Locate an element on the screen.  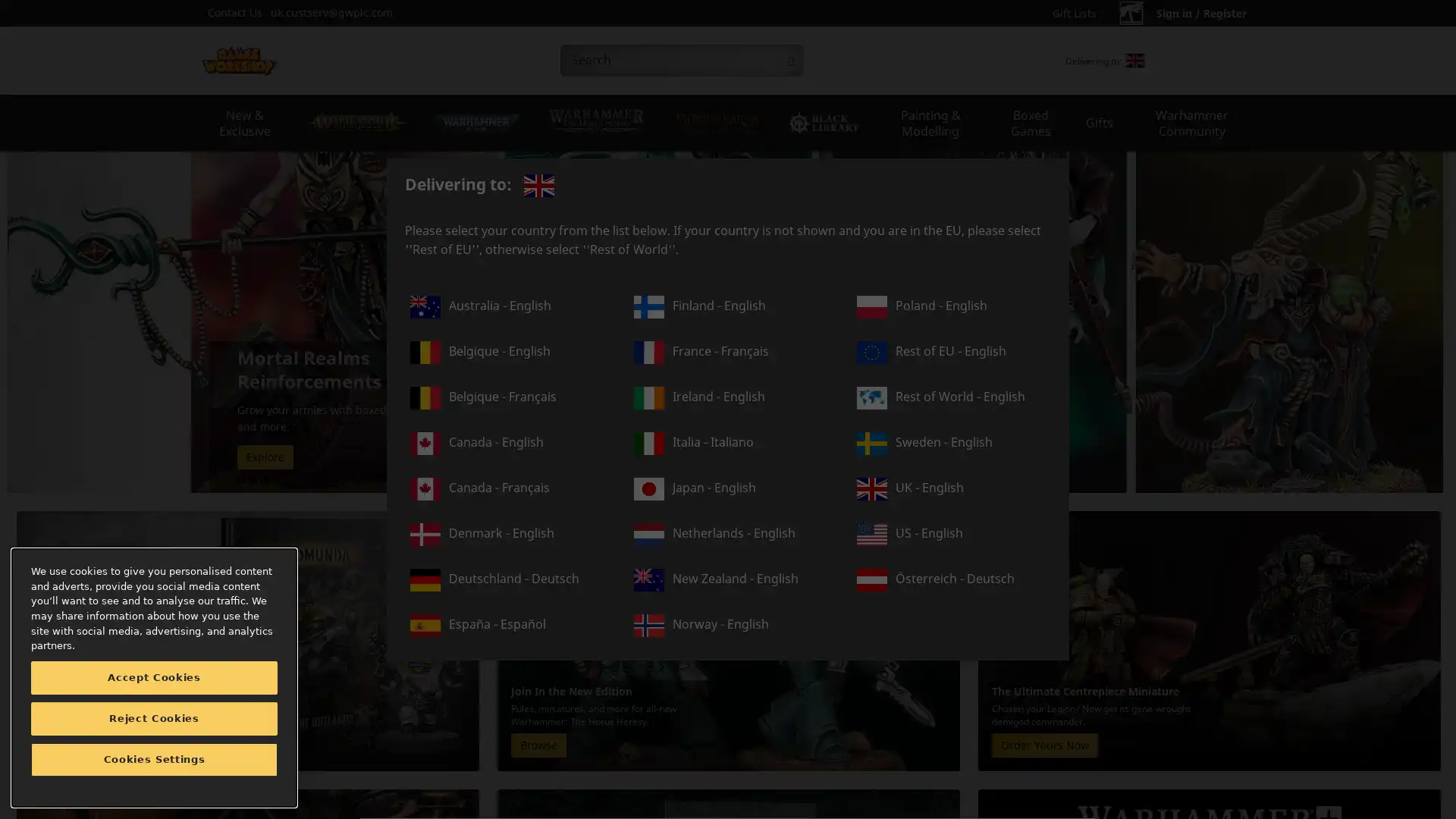
Cookies Settings is located at coordinates (154, 760).